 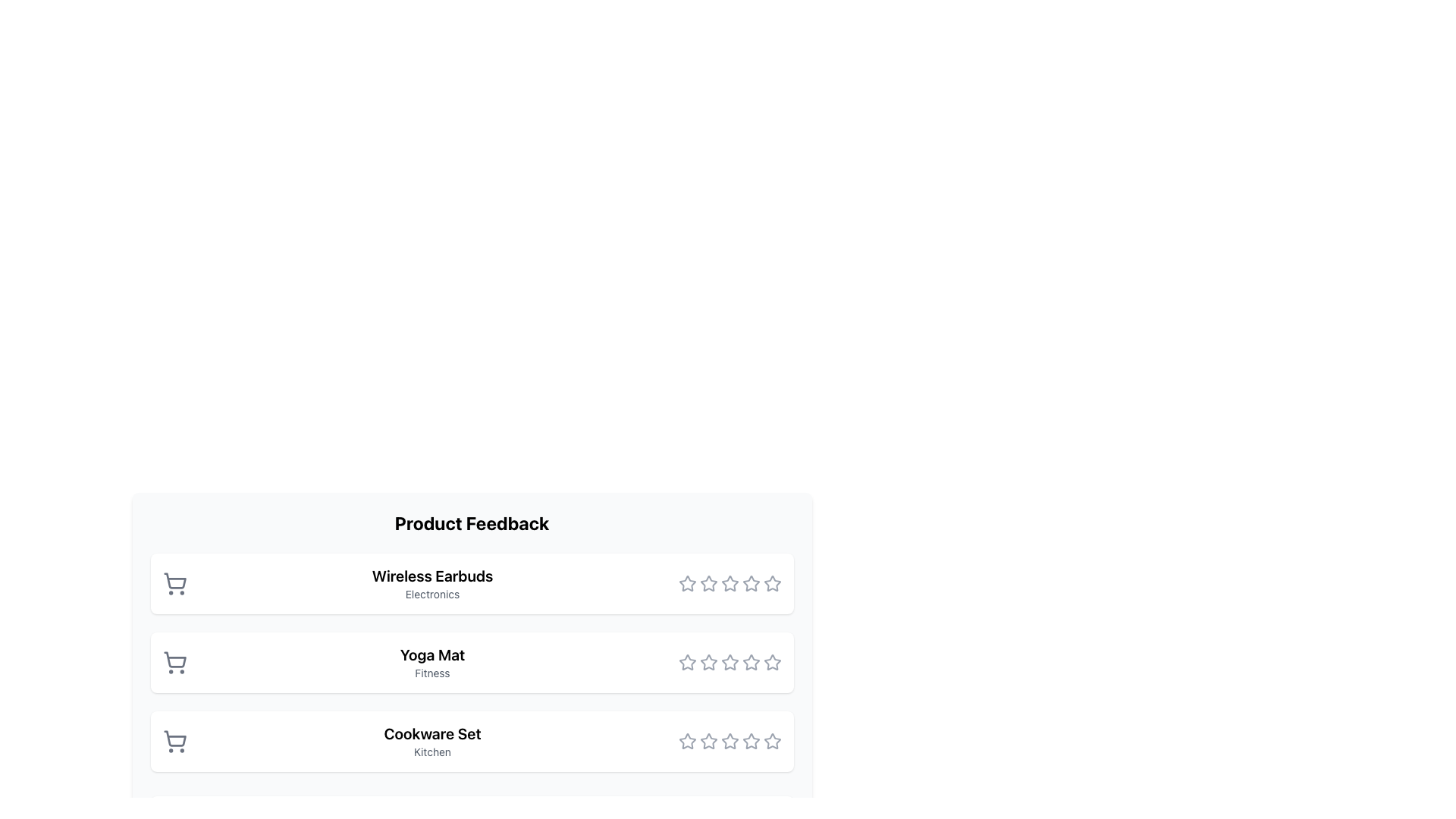 What do you see at coordinates (708, 583) in the screenshot?
I see `the third star icon in the rating section next to 'Wireless Earbuds'` at bounding box center [708, 583].